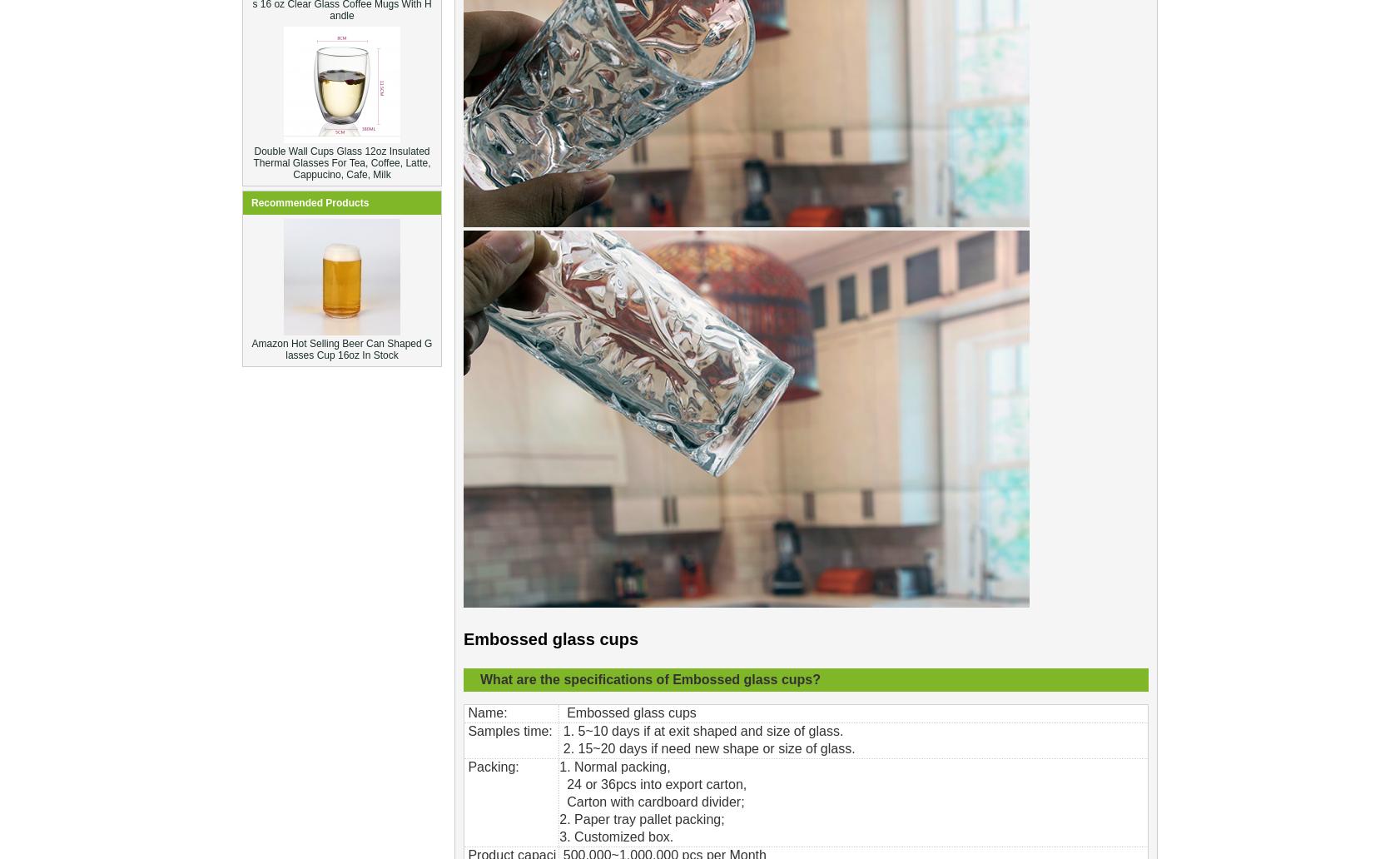  I want to click on '1. 5~10 days if at exit shaped and size of glass.', so click(700, 731).